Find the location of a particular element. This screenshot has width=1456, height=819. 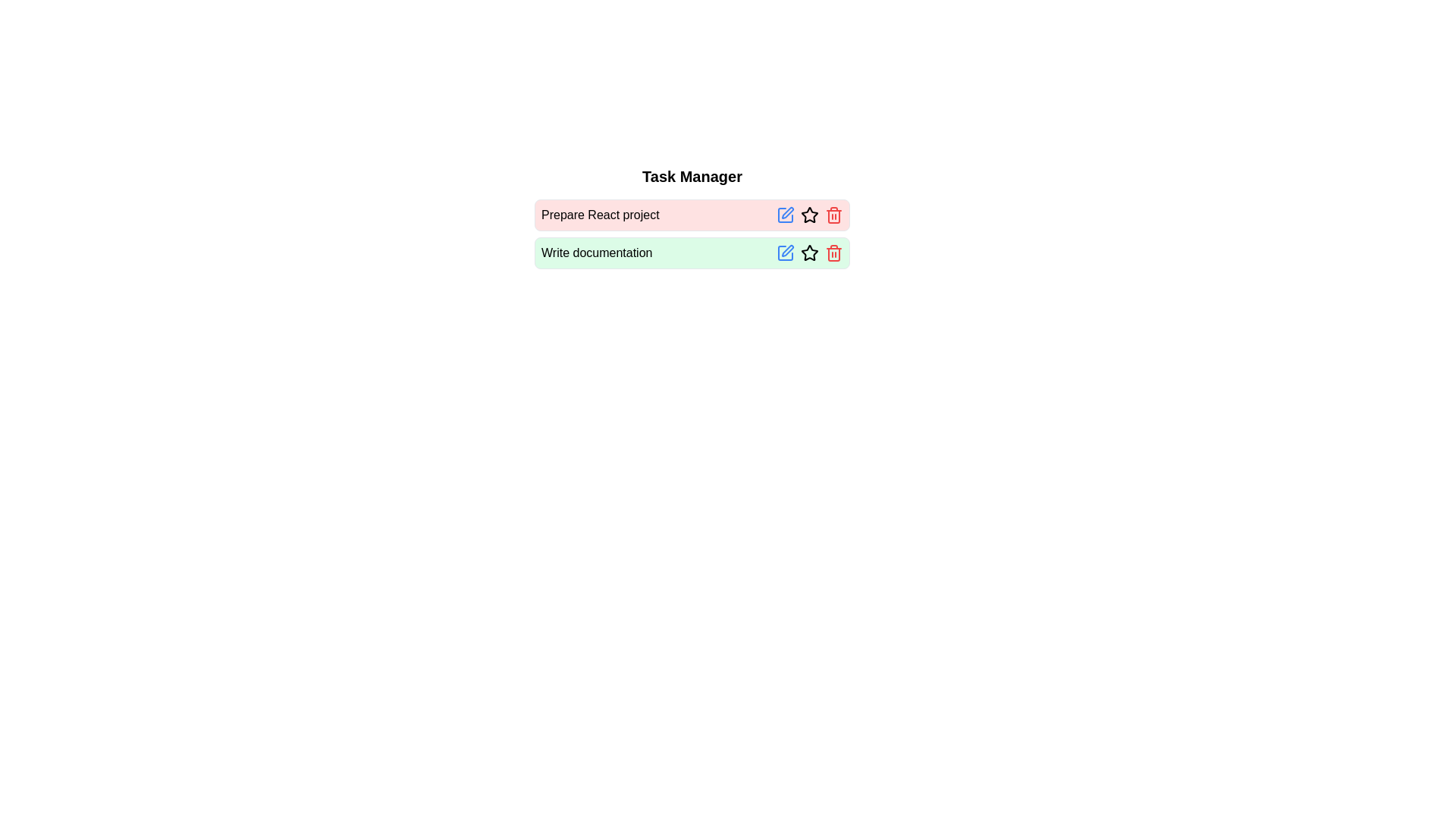

text from the text label located in the second task row of the task list interface, which has a green background and is positioned beneath the first row with a pink background is located at coordinates (596, 253).